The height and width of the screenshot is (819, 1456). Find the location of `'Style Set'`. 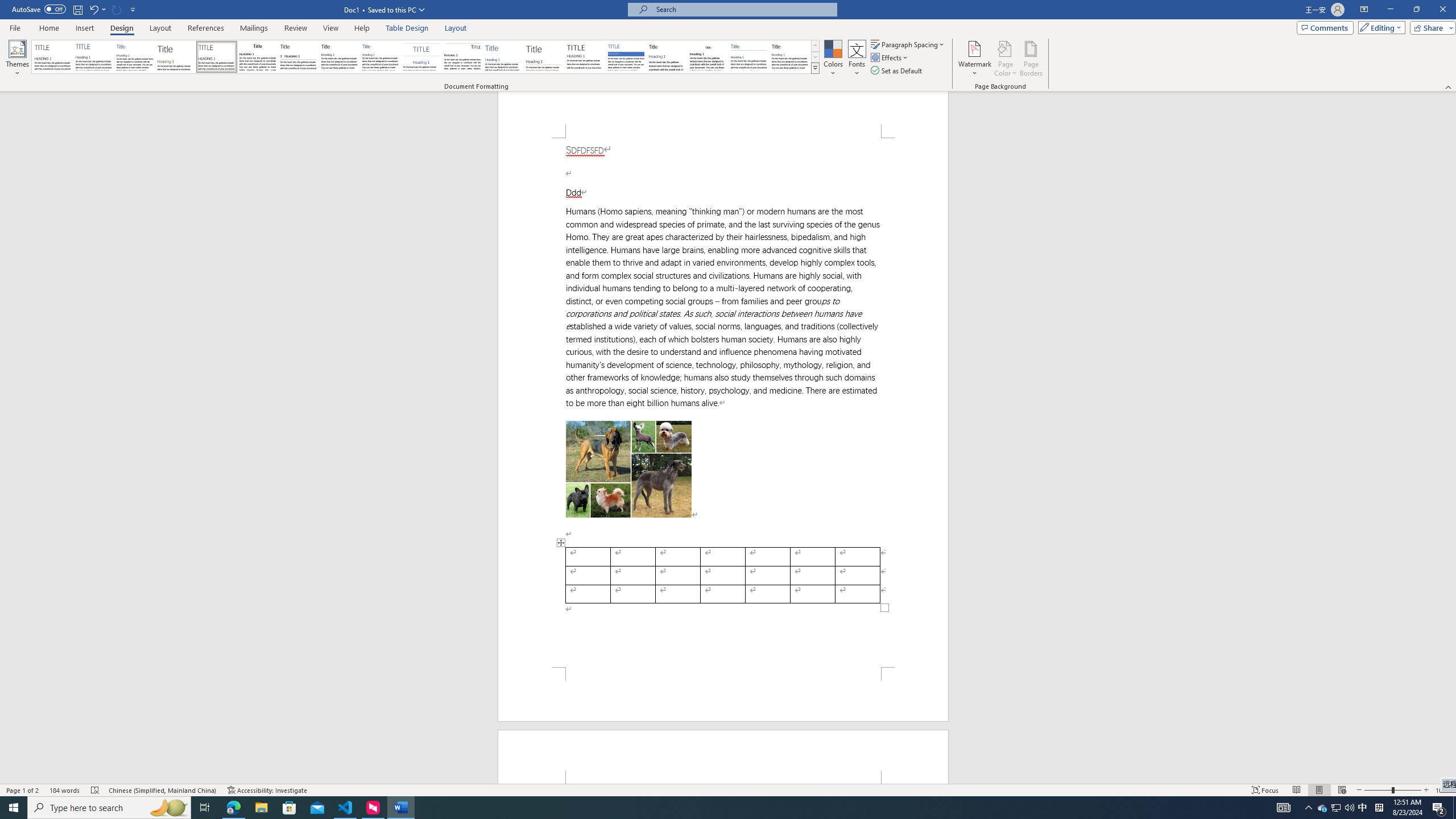

'Style Set' is located at coordinates (814, 67).